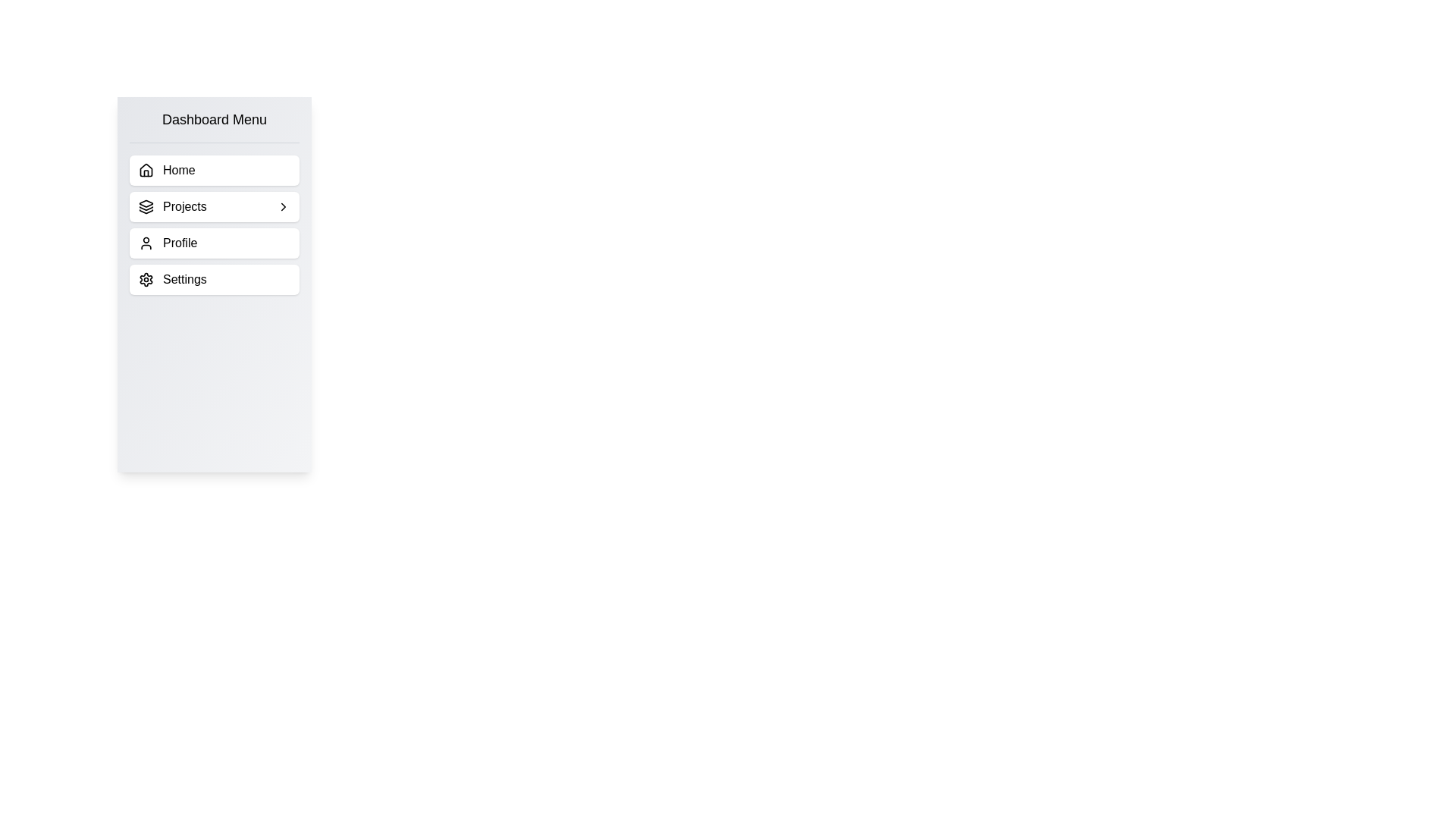 This screenshot has height=819, width=1456. I want to click on the A button in the Dashboard Menu, so click(214, 225).